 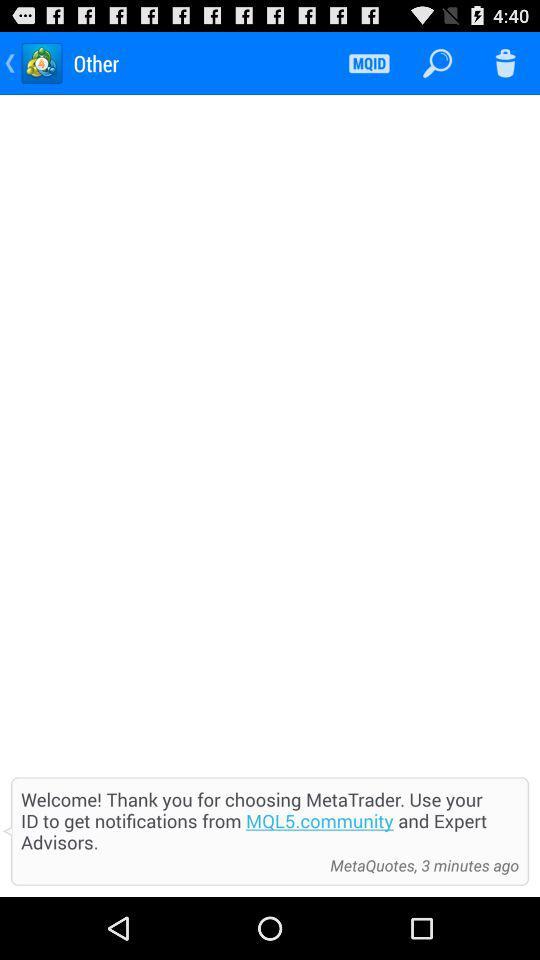 What do you see at coordinates (418, 864) in the screenshot?
I see `icon below the welcome thank you icon` at bounding box center [418, 864].